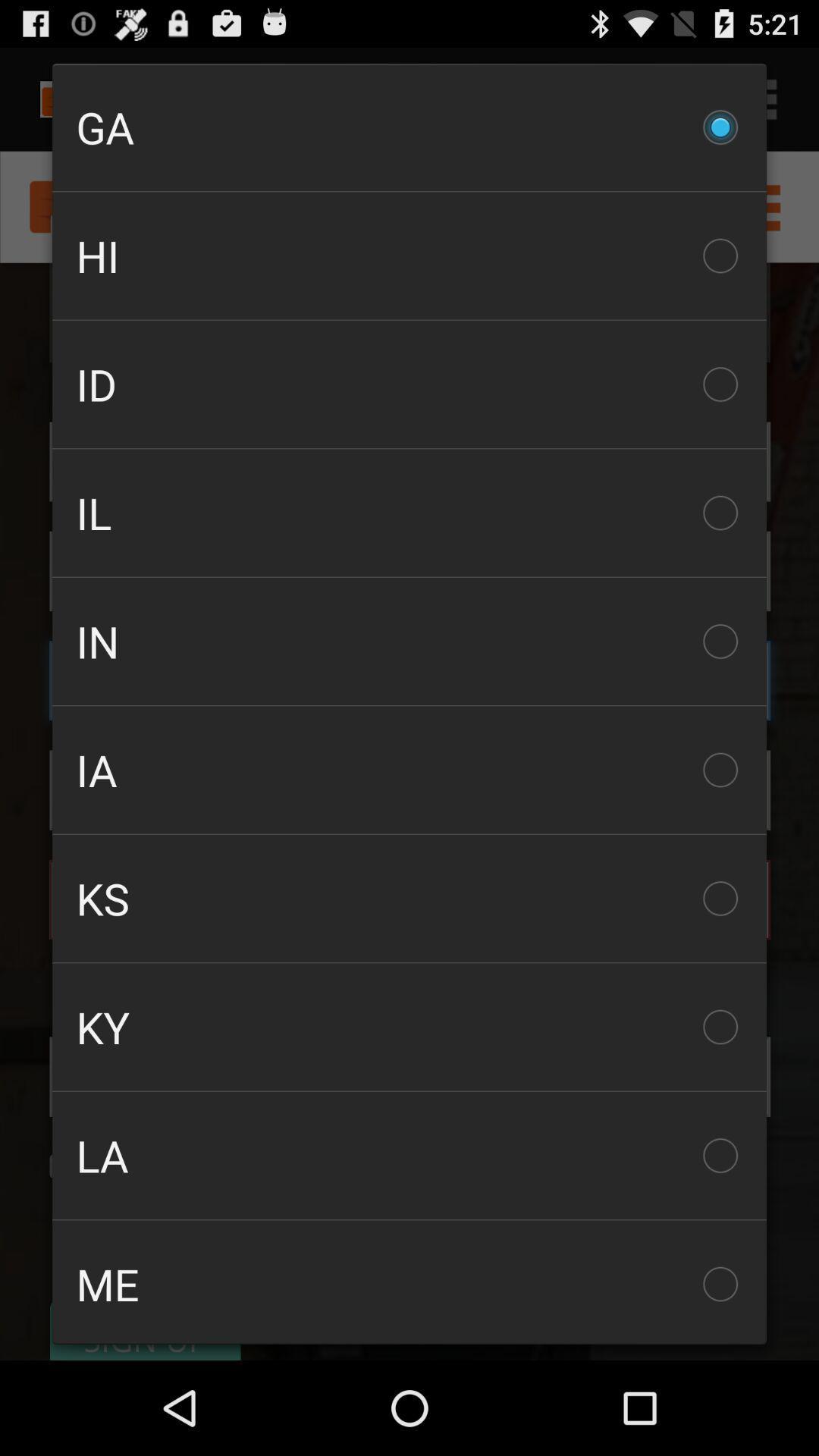  Describe the element at coordinates (409, 1282) in the screenshot. I see `the me icon` at that location.